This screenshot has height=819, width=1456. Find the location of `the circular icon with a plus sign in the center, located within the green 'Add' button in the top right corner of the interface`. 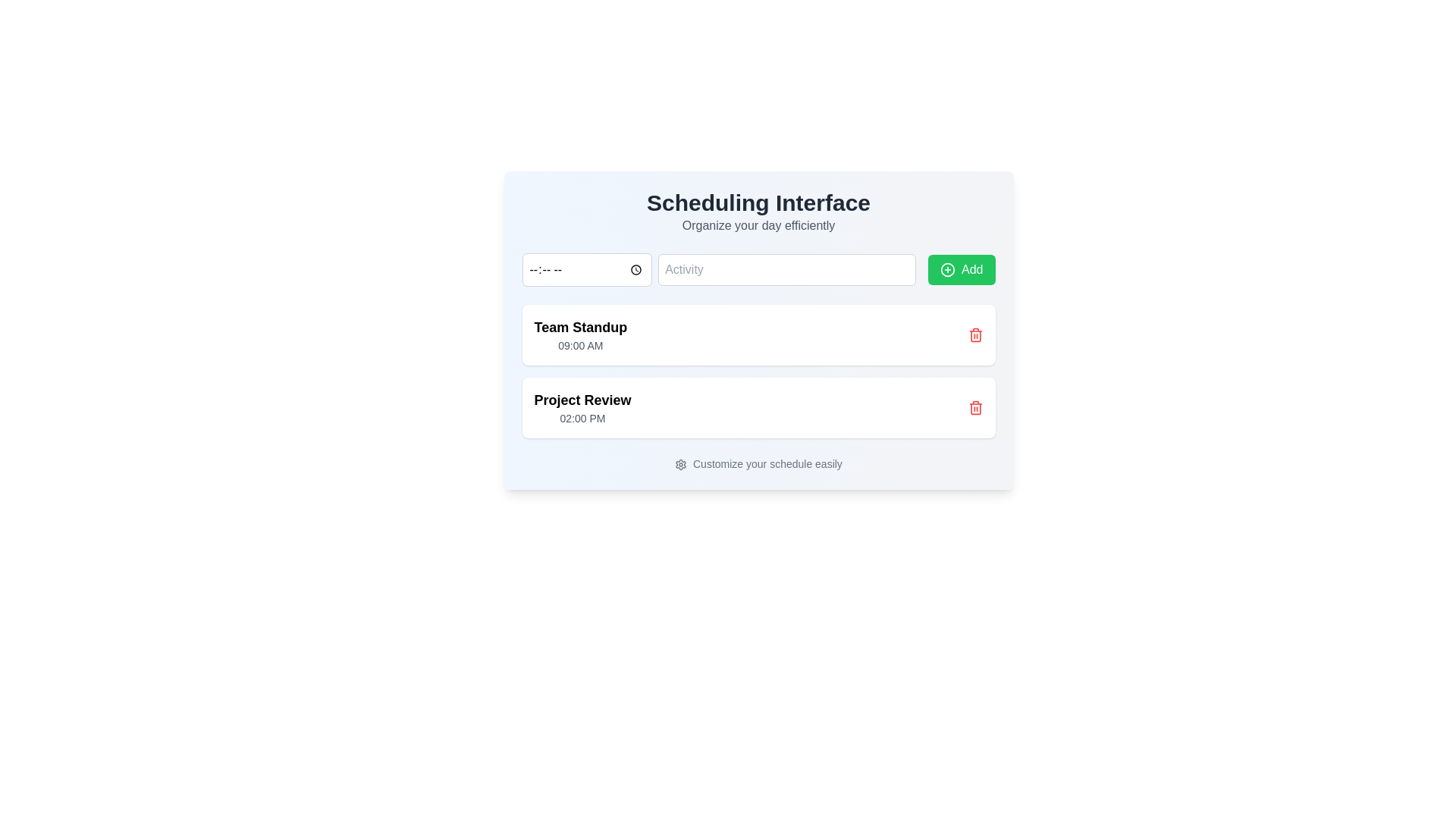

the circular icon with a plus sign in the center, located within the green 'Add' button in the top right corner of the interface is located at coordinates (947, 268).